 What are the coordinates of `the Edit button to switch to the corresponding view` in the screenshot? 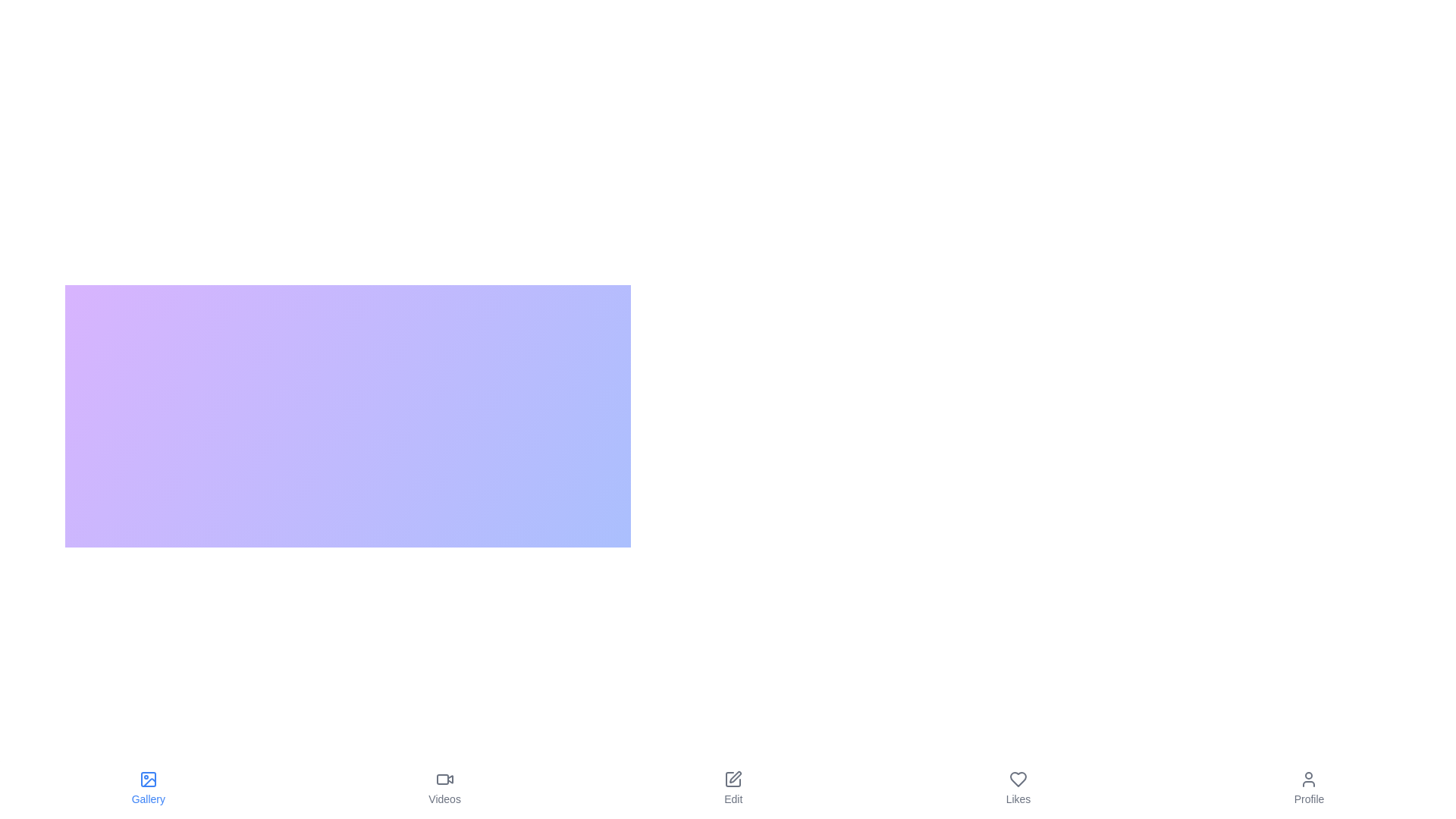 It's located at (733, 788).